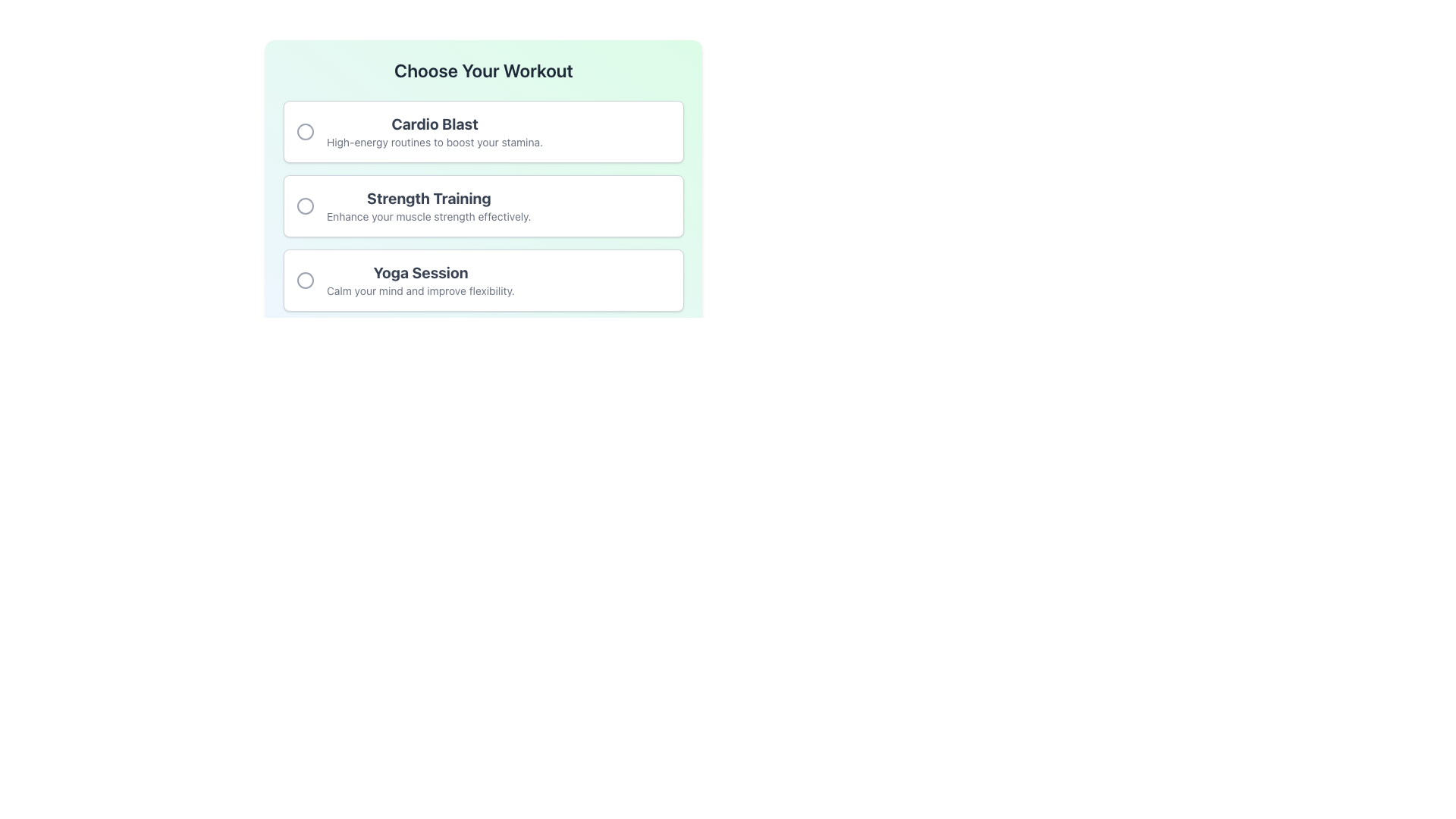 The width and height of the screenshot is (1456, 819). What do you see at coordinates (483, 206) in the screenshot?
I see `the selectable option in the workout selection menu` at bounding box center [483, 206].